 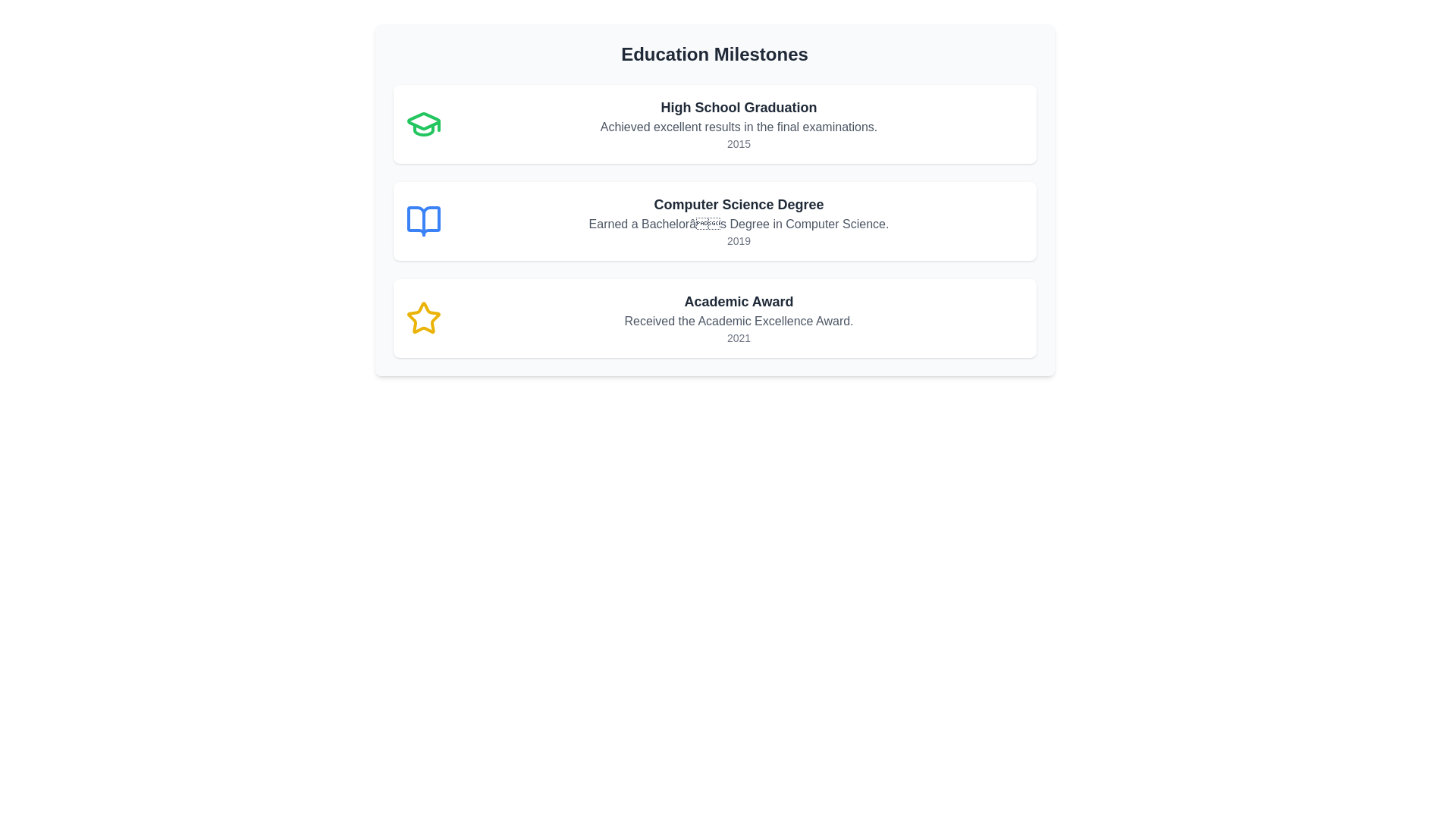 What do you see at coordinates (739, 337) in the screenshot?
I see `the Text Label displaying '2021' in a small, gray font, located under the 'Received the Academic Excellence Award.' text within the 'Academic Award' section of the 'Education Milestones' layout` at bounding box center [739, 337].